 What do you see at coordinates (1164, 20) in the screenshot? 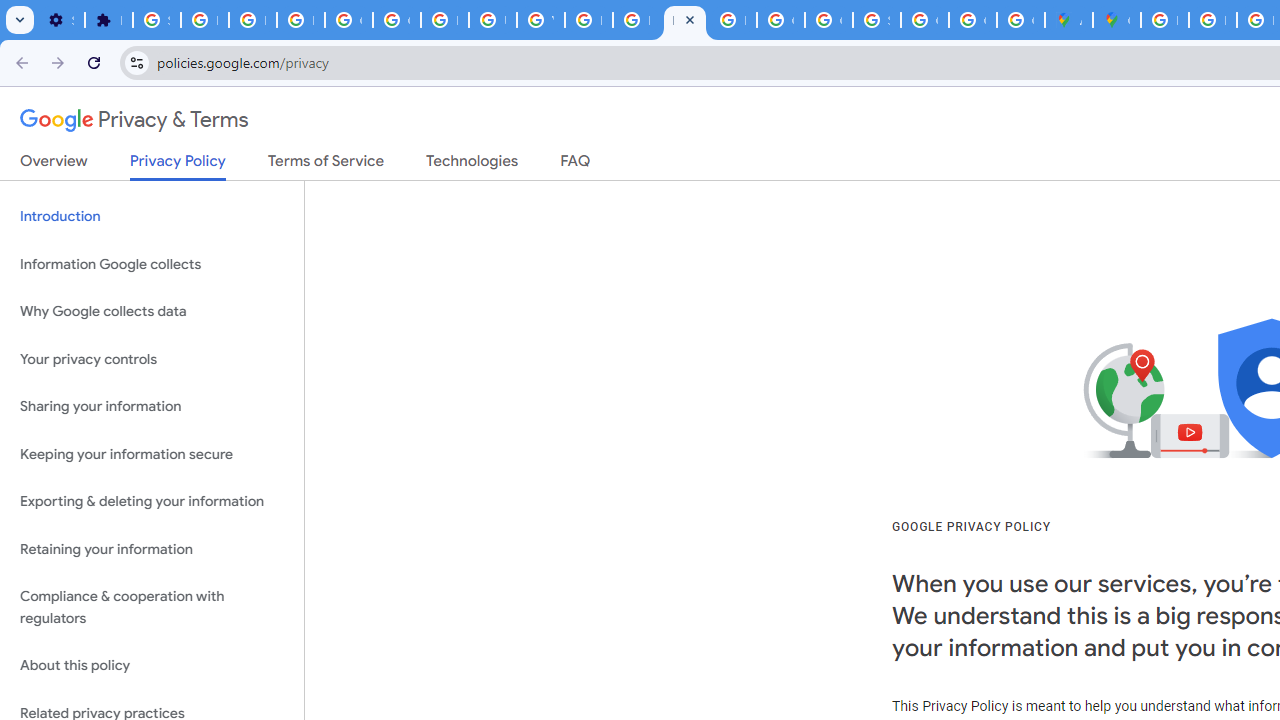
I see `'Policy Accountability and Transparency - Transparency Center'` at bounding box center [1164, 20].